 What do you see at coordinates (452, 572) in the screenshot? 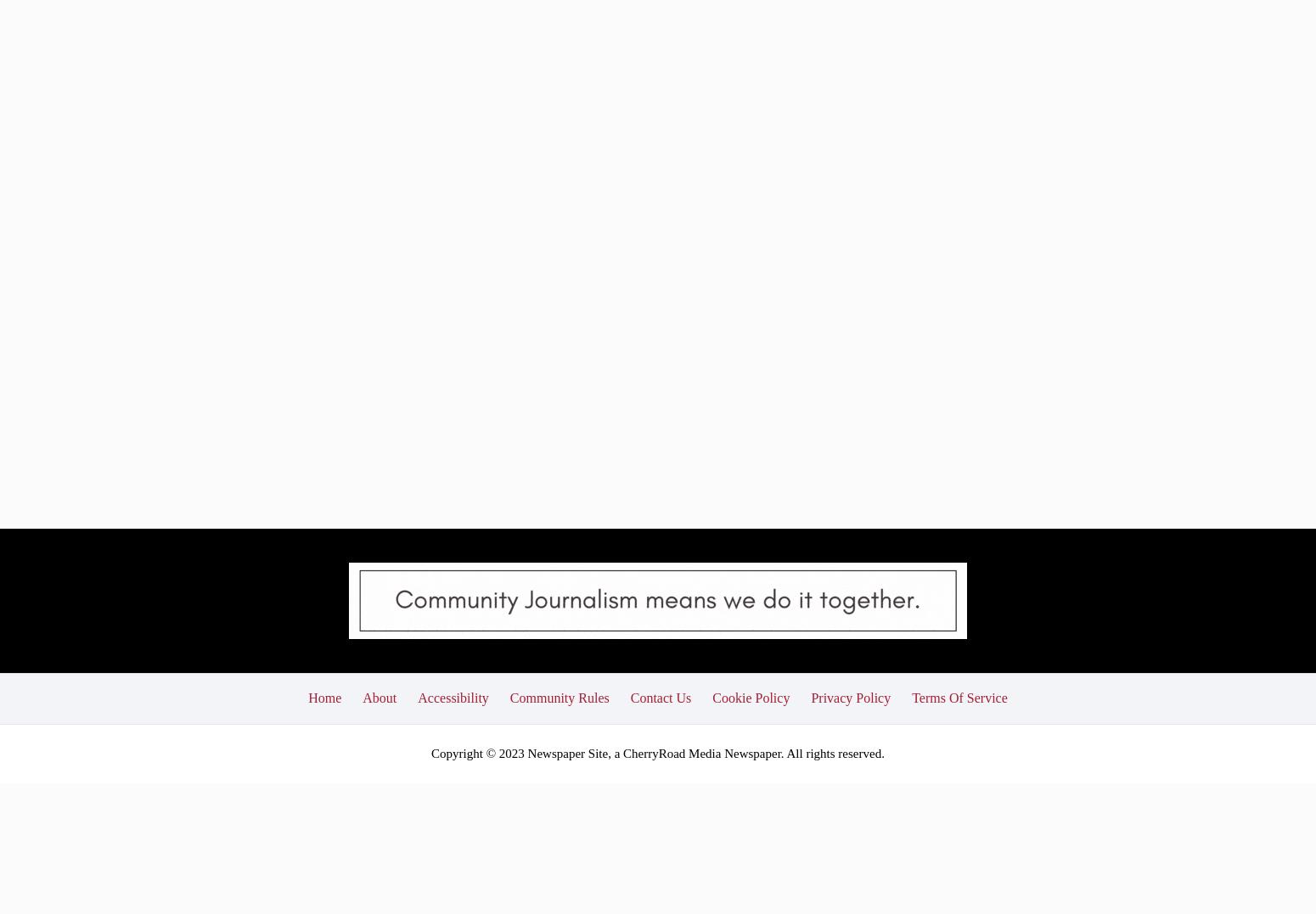
I see `'Accessibility'` at bounding box center [452, 572].